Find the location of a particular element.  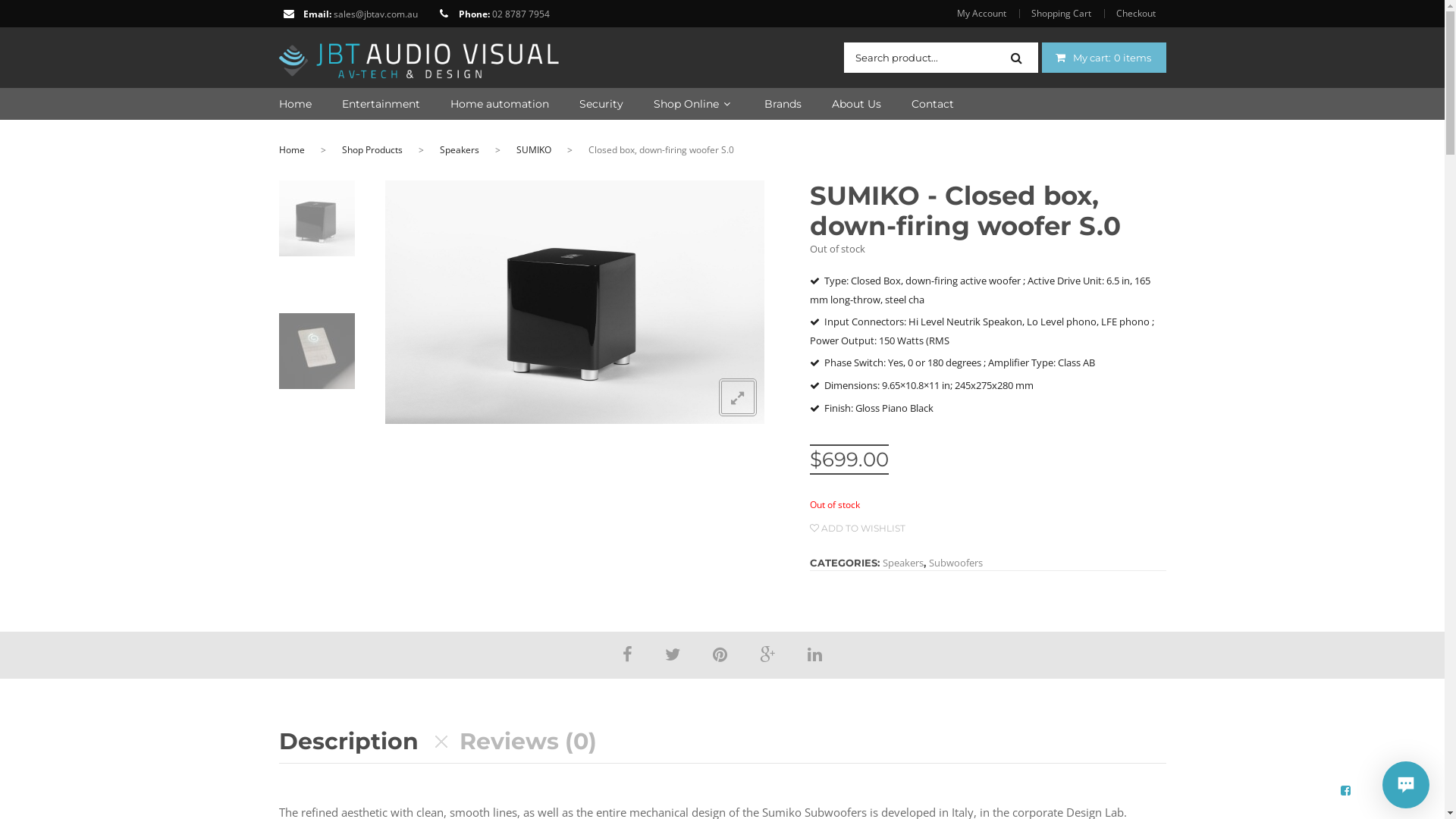

'Shop Online' is located at coordinates (623, 103).